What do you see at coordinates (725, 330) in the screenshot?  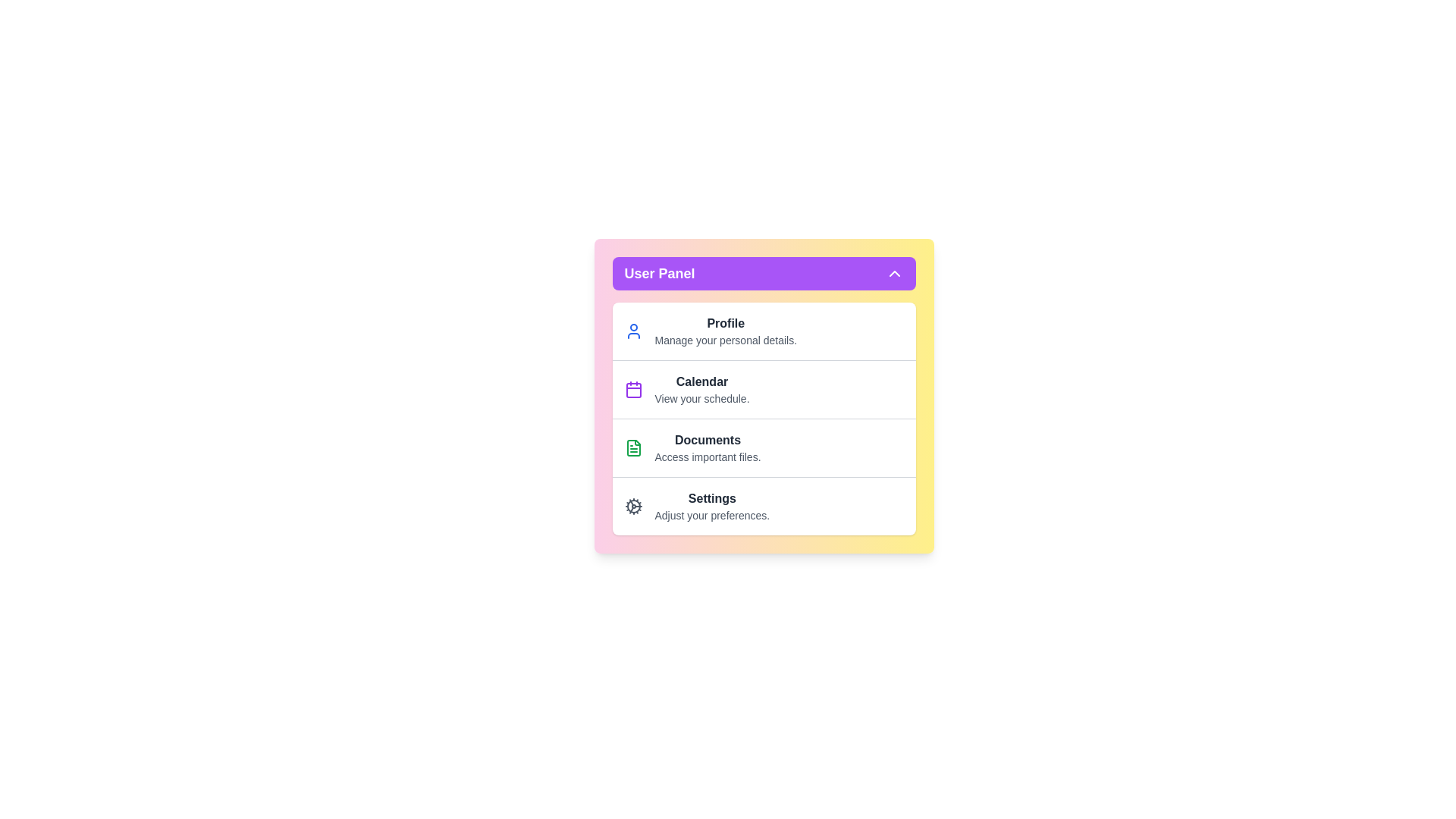 I see `the Text Block that indicates information related to profile management, located in the upper-left portion of the user panel beneath the title 'User Panel'` at bounding box center [725, 330].